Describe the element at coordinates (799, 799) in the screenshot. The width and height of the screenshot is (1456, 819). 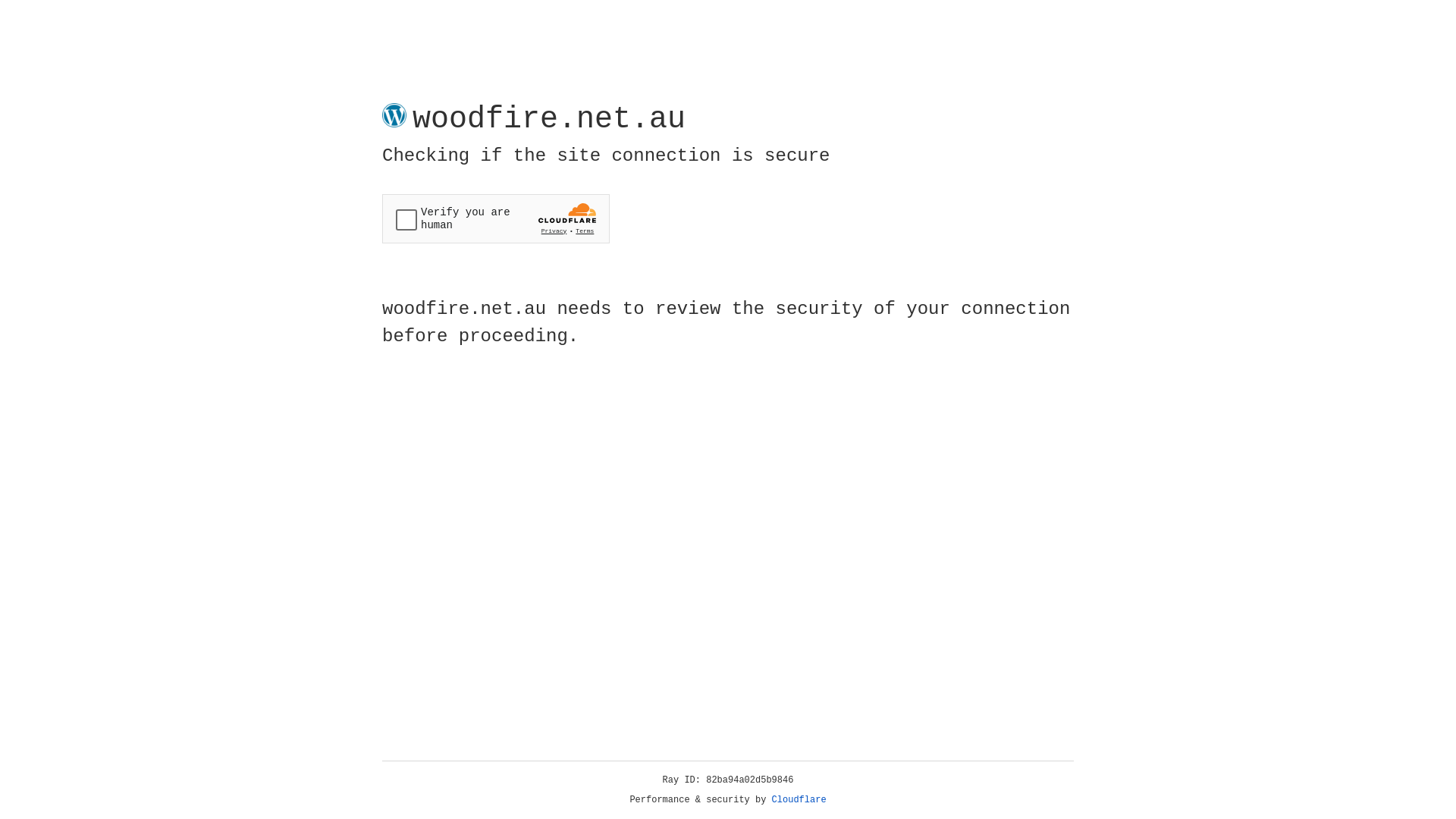
I see `'Cloudflare'` at that location.